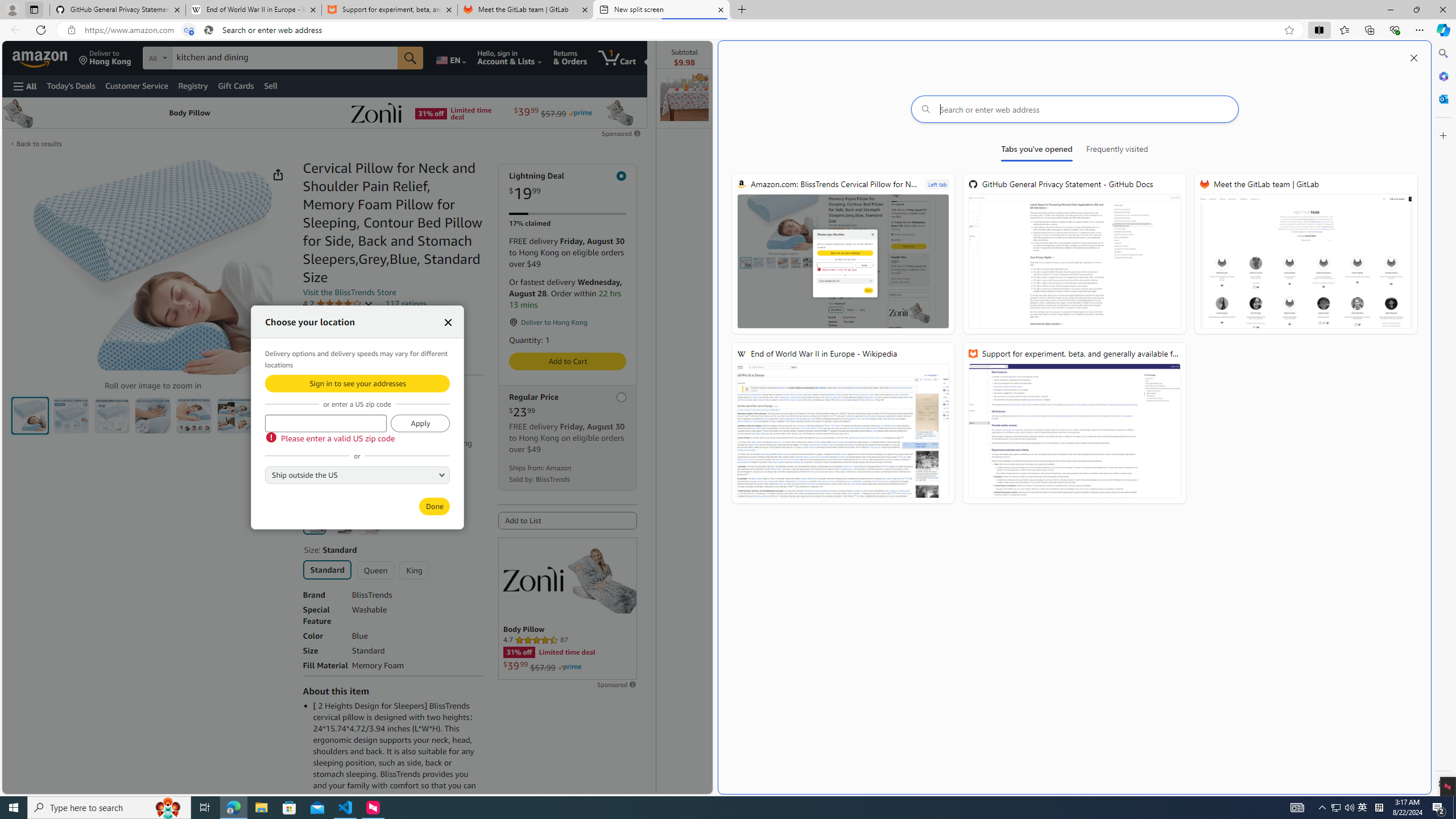 This screenshot has width=1456, height=819. What do you see at coordinates (375, 570) in the screenshot?
I see `'Queen'` at bounding box center [375, 570].